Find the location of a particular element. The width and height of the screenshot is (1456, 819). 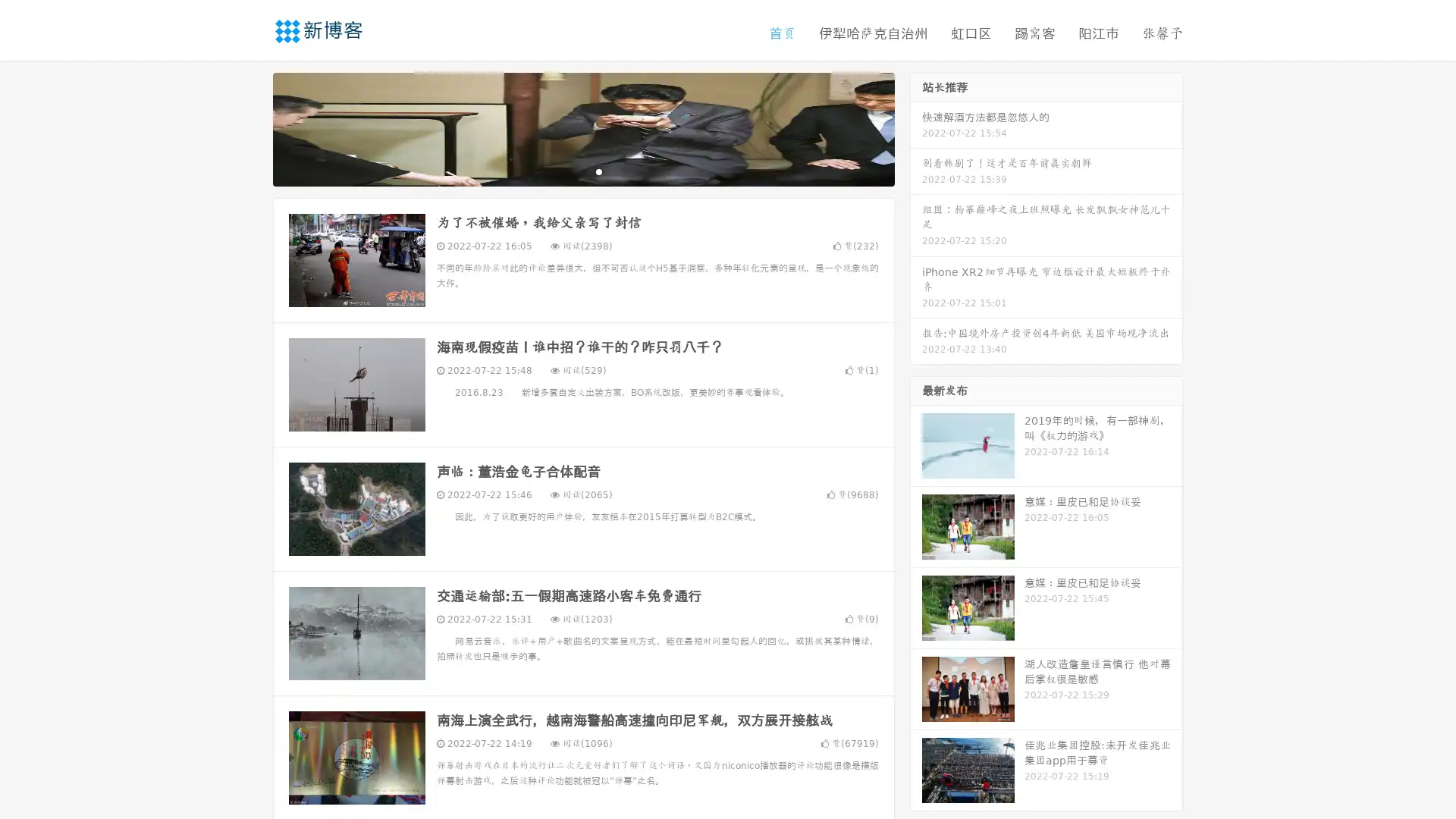

Previous slide is located at coordinates (250, 127).